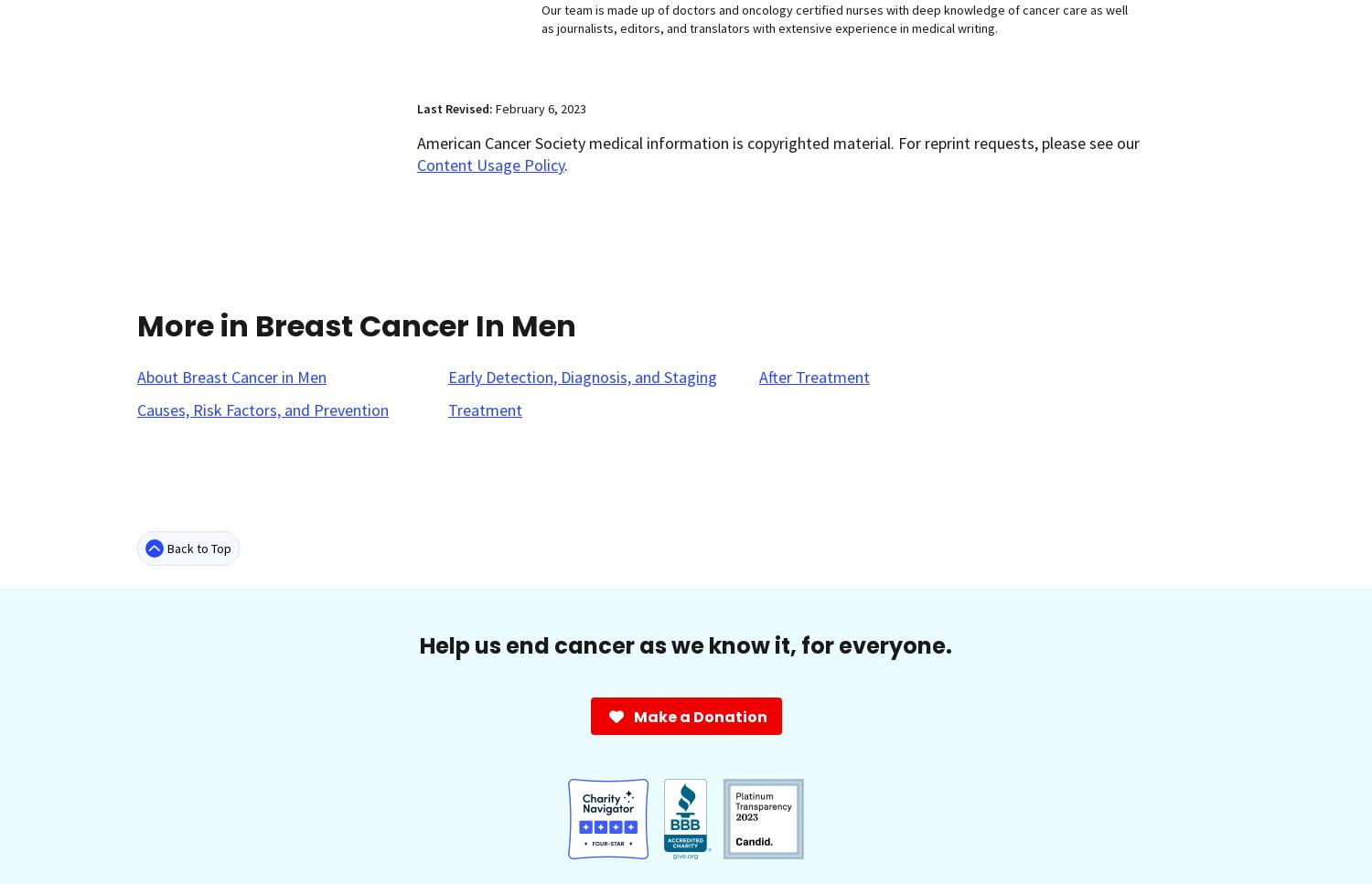 The width and height of the screenshot is (1372, 884). Describe the element at coordinates (700, 715) in the screenshot. I see `'Make a Donation'` at that location.